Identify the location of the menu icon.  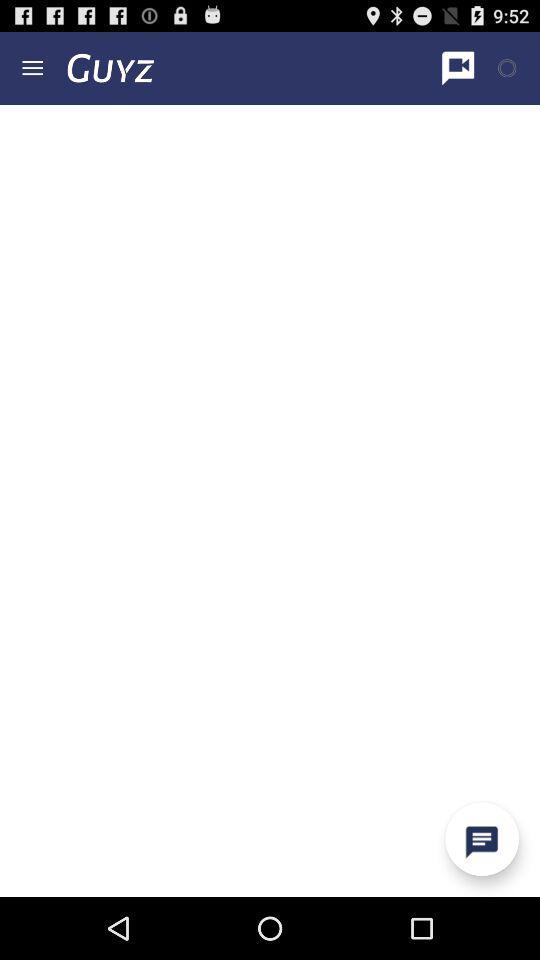
(31, 72).